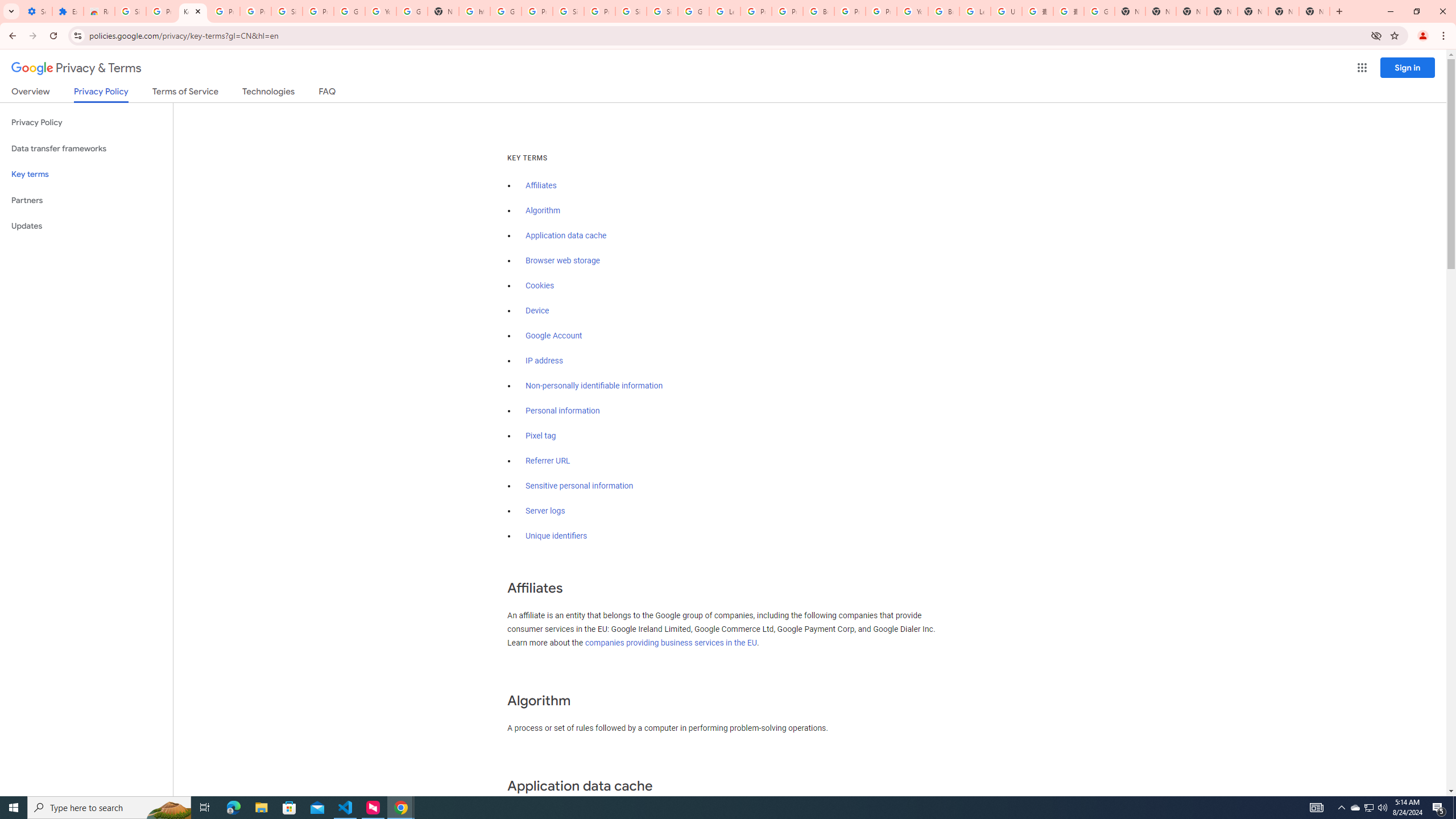 The width and height of the screenshot is (1456, 819). Describe the element at coordinates (562, 260) in the screenshot. I see `'Browser web storage'` at that location.